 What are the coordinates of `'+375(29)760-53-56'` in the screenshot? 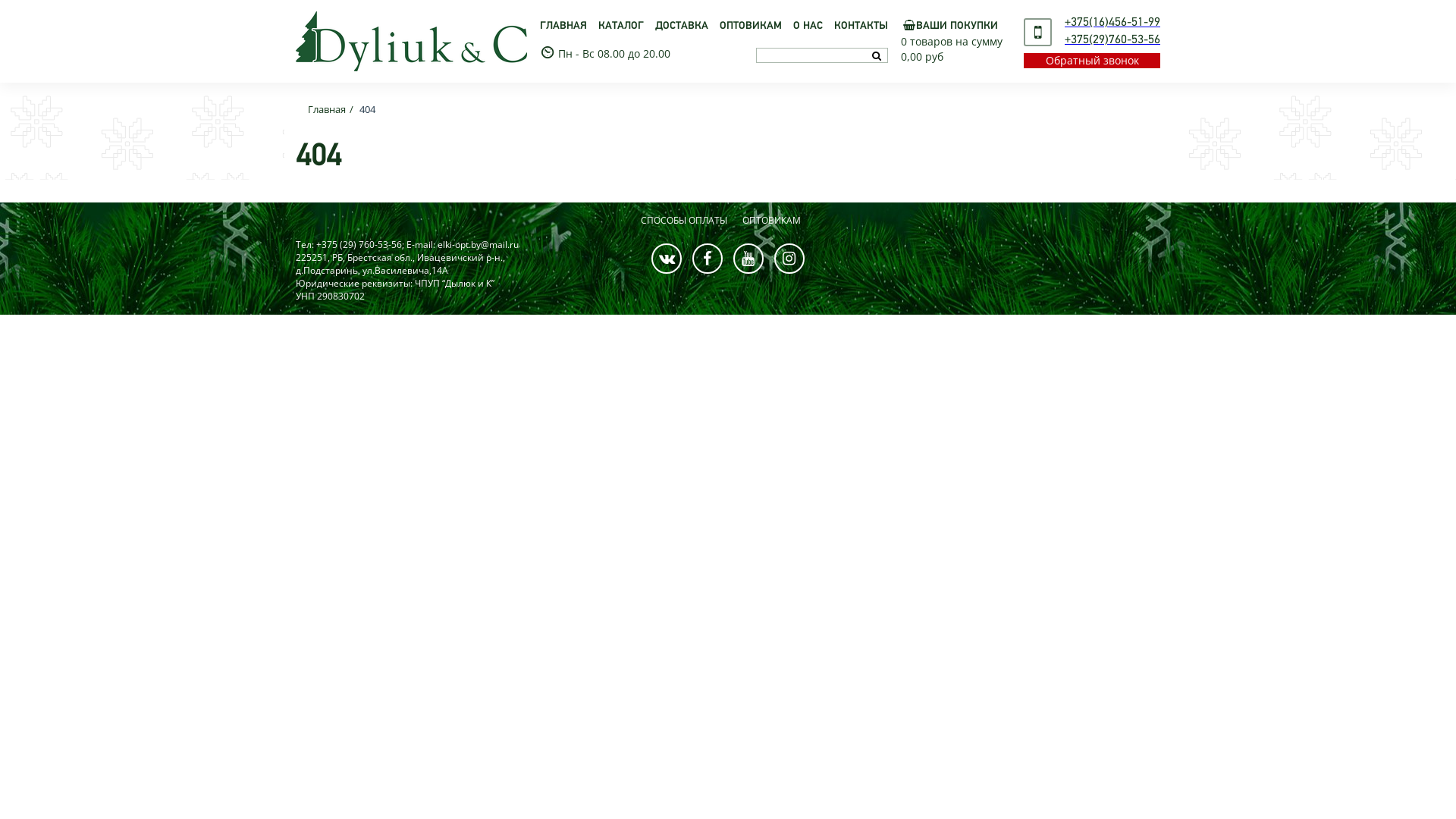 It's located at (1112, 39).